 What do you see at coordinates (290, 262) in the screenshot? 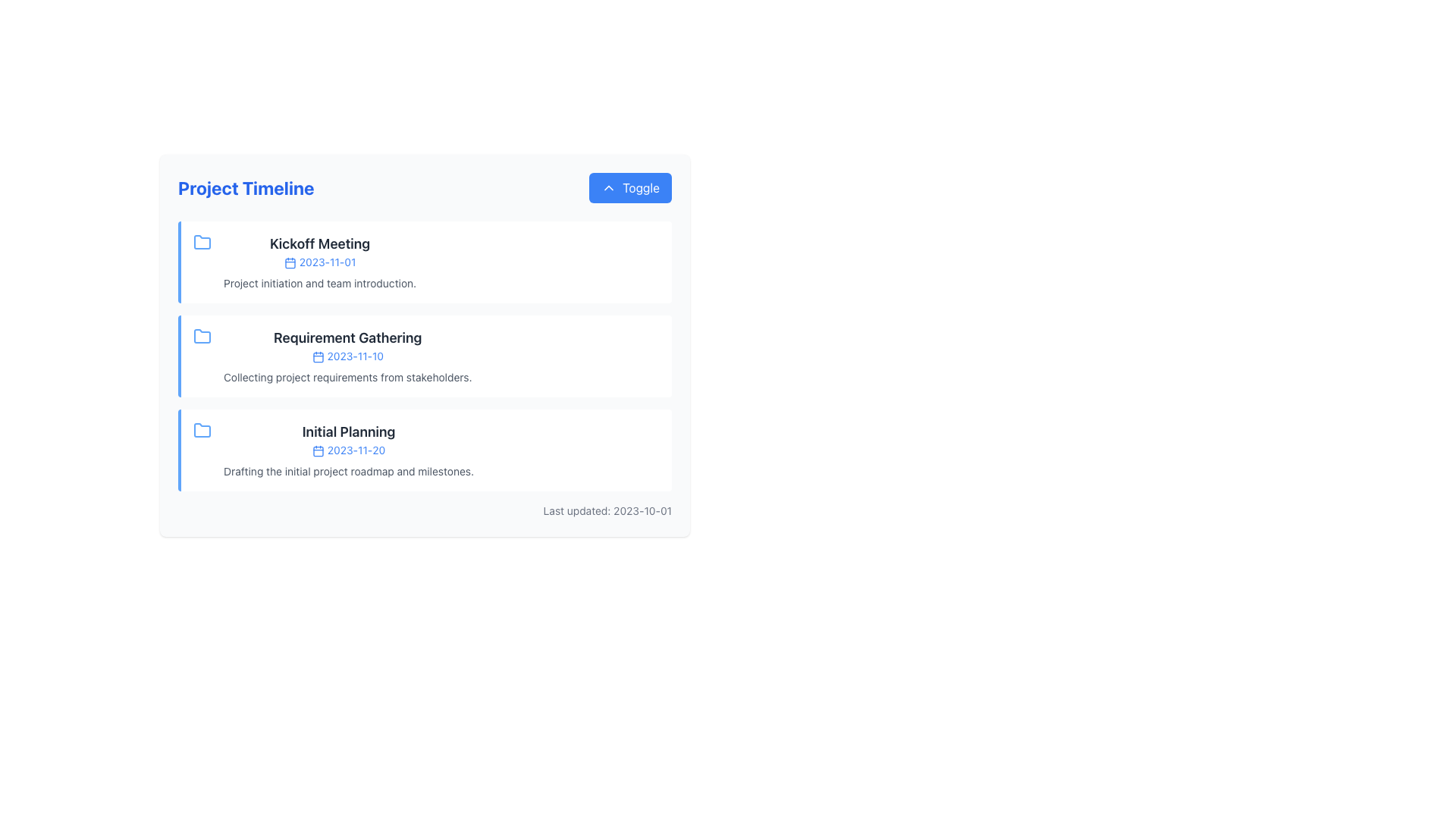
I see `the calendar SVG icon that indicates the date for the 'Kickoff Meeting' entry, located to the left of the '2023-11-01' text in the timeline interface` at bounding box center [290, 262].